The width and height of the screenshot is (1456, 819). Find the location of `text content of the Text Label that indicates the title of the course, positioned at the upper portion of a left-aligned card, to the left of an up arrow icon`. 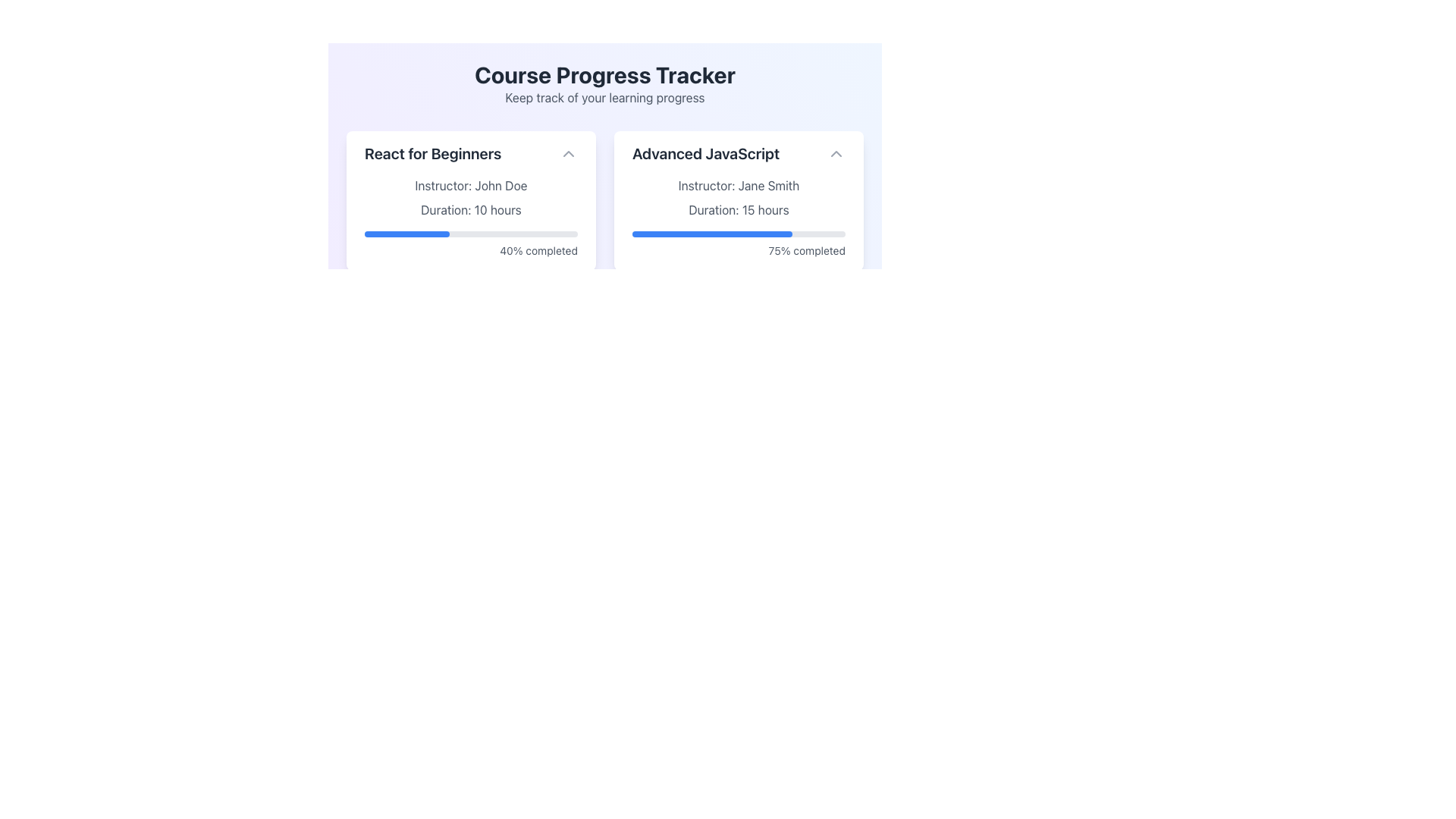

text content of the Text Label that indicates the title of the course, positioned at the upper portion of a left-aligned card, to the left of an up arrow icon is located at coordinates (432, 154).